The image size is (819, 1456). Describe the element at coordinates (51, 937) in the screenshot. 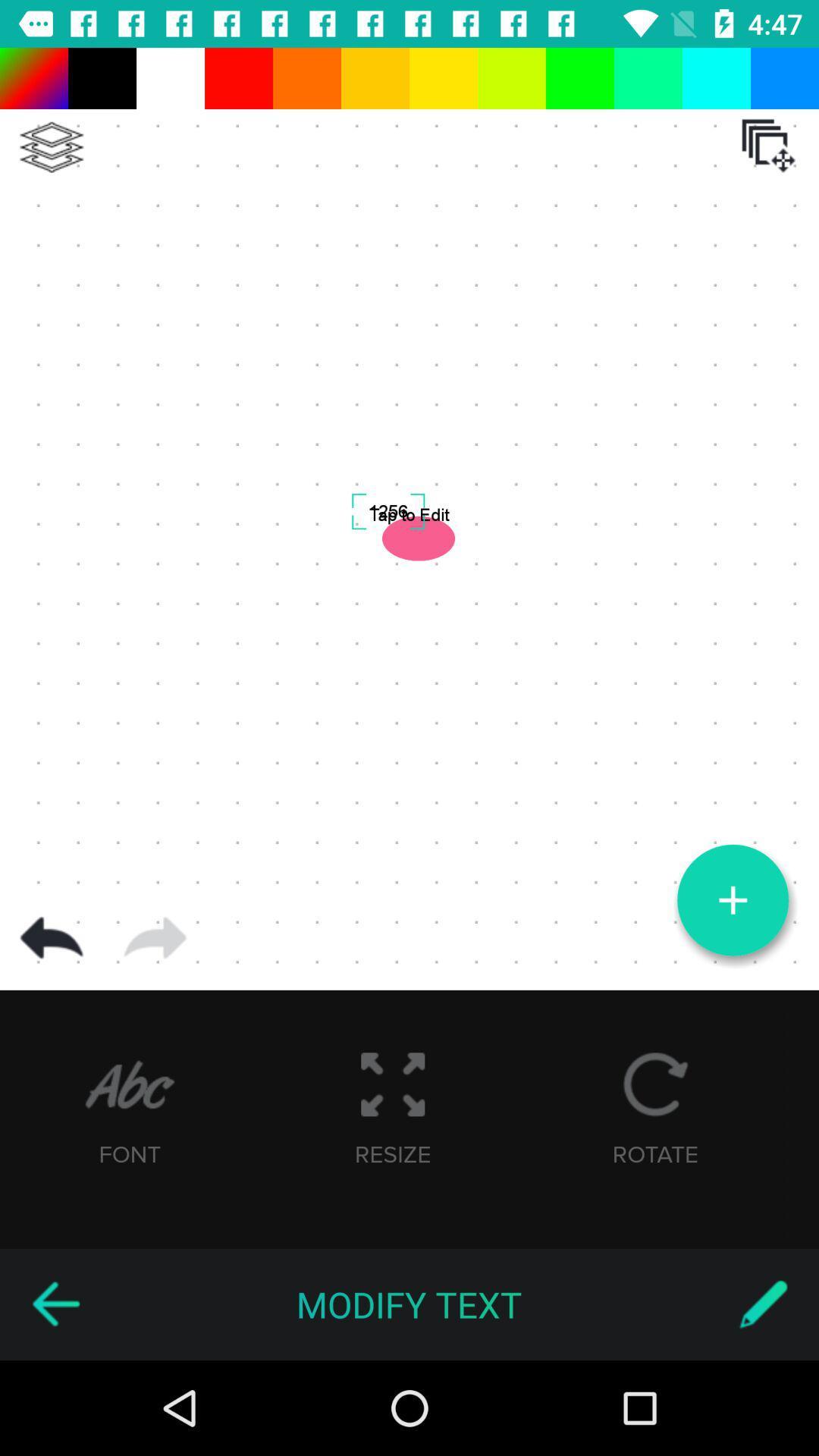

I see `go back` at that location.